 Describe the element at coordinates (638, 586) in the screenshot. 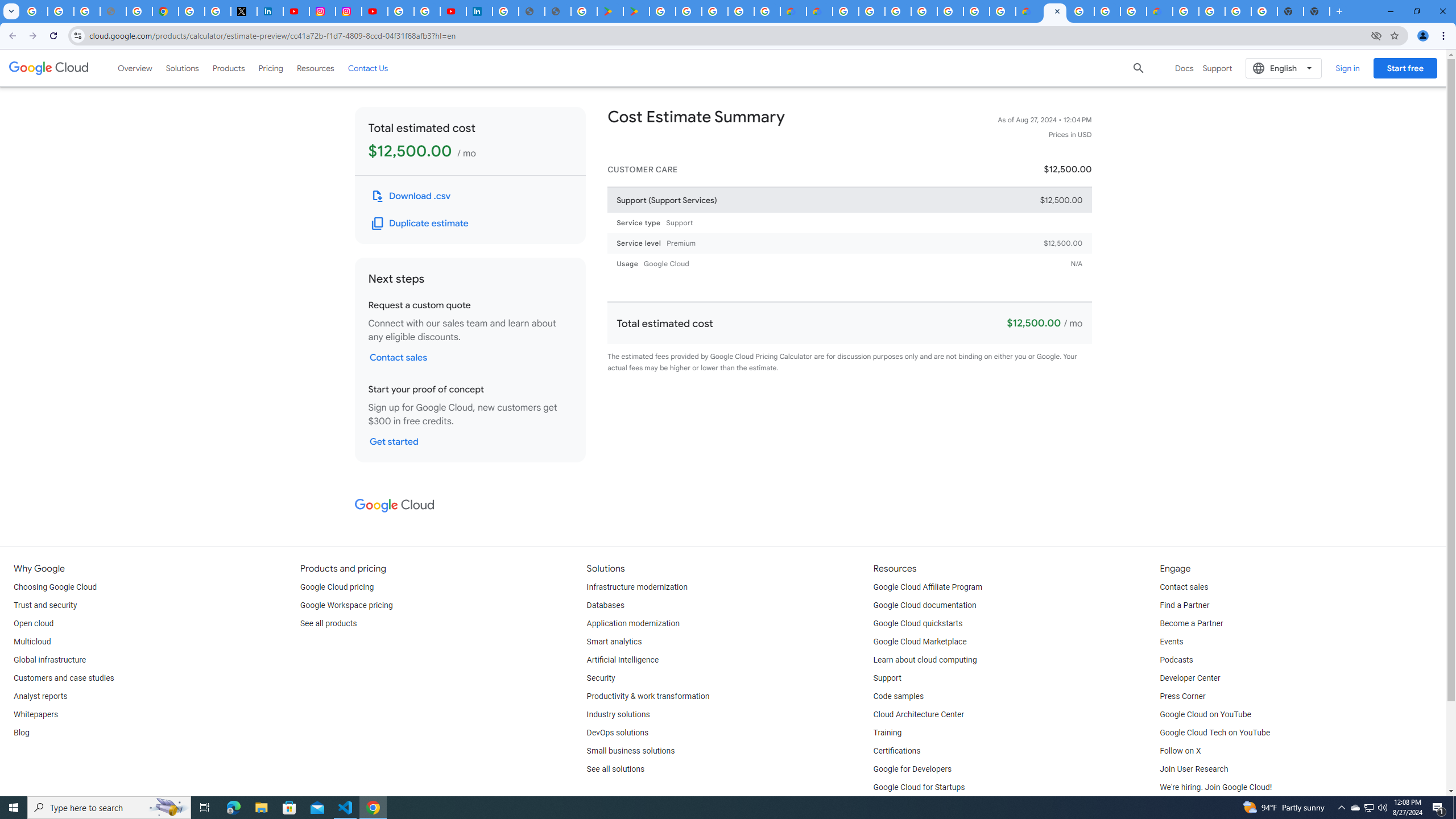

I see `'Infrastructure modernization'` at that location.